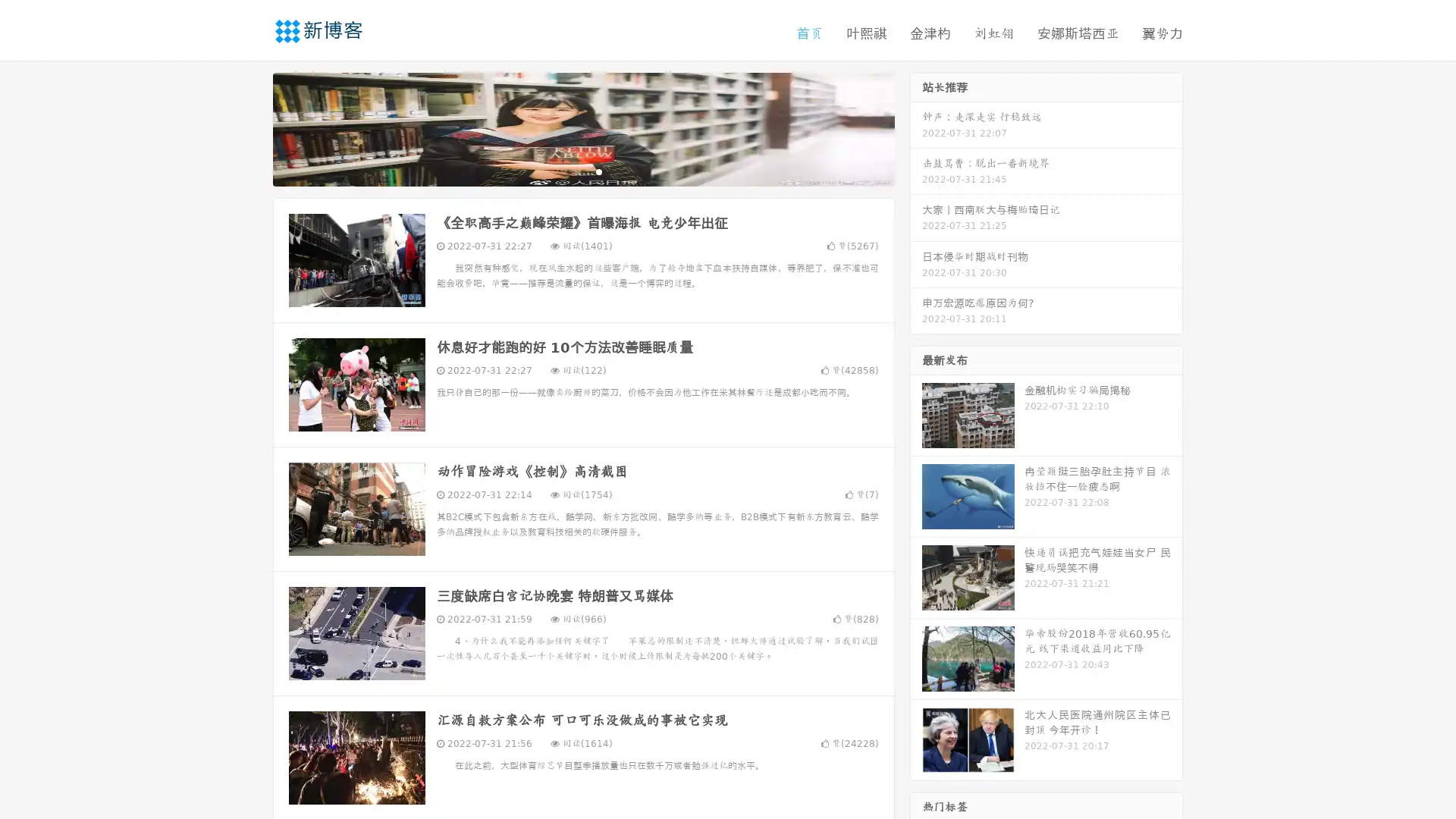  I want to click on Next slide, so click(916, 127).